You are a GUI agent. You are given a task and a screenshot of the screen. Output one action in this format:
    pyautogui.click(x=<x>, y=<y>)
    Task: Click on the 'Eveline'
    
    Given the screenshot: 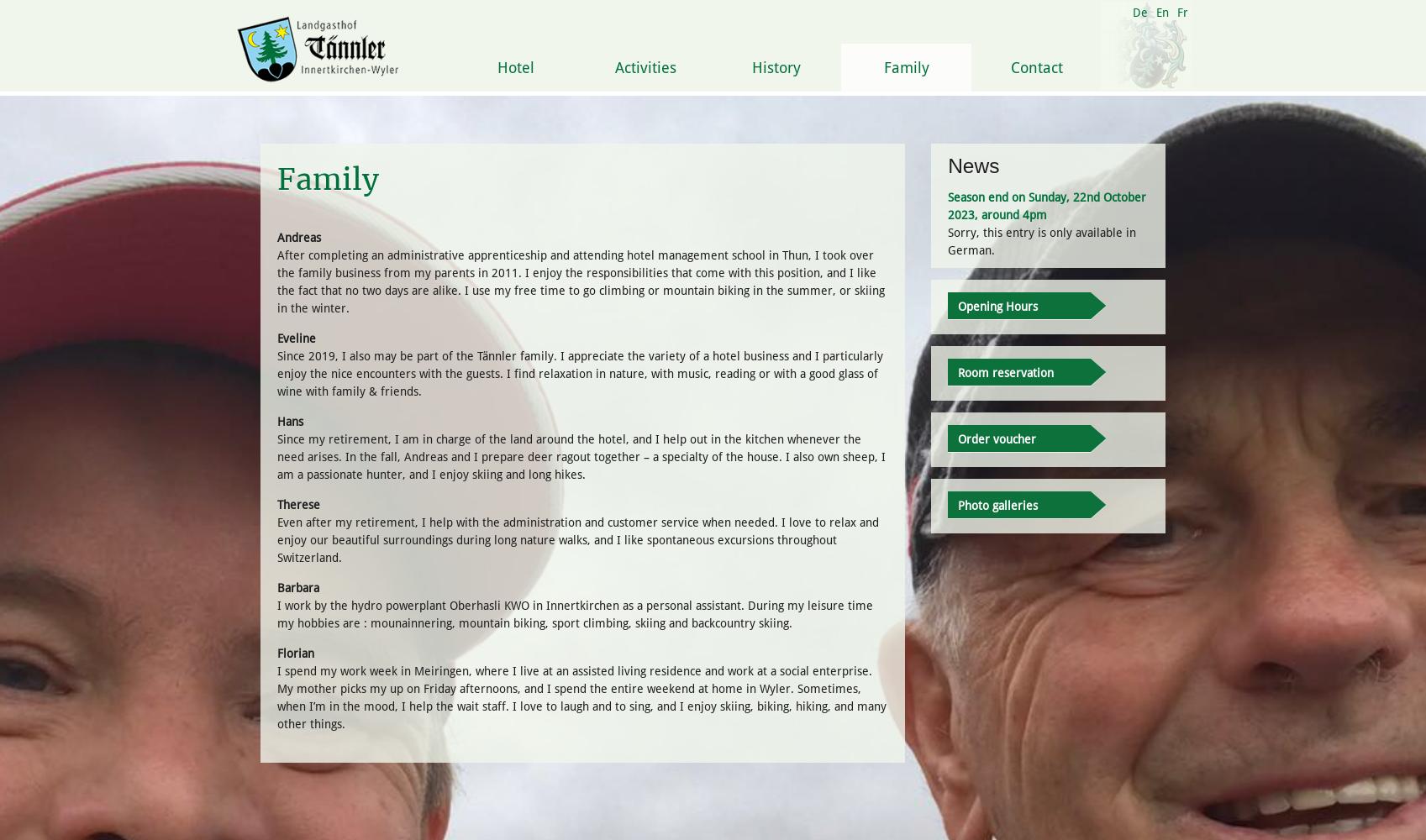 What is the action you would take?
    pyautogui.click(x=295, y=338)
    